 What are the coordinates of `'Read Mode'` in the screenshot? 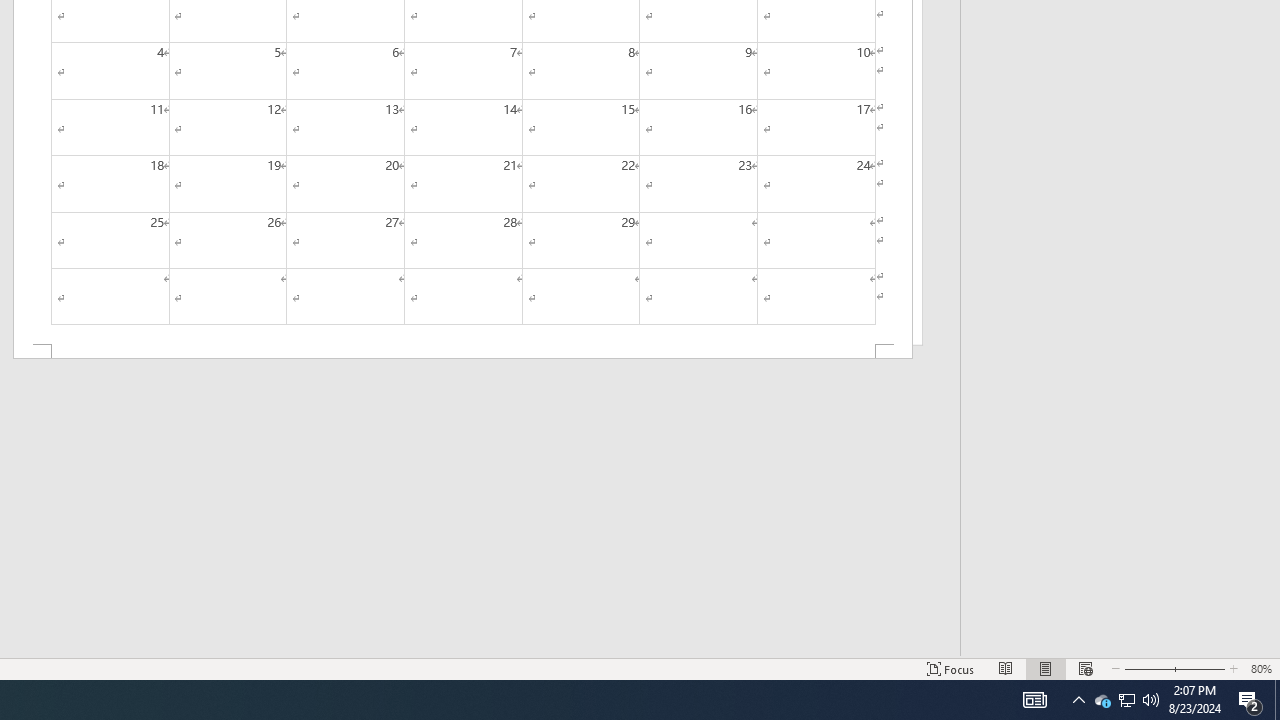 It's located at (1006, 669).